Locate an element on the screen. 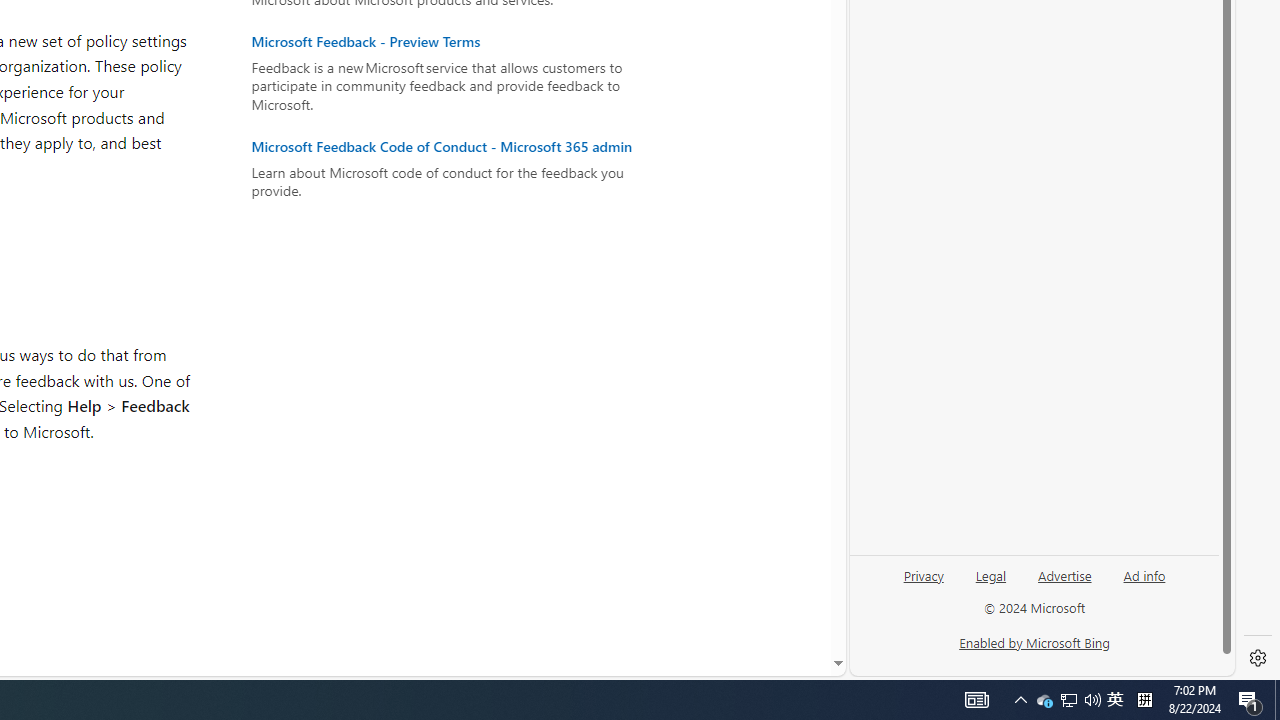 The height and width of the screenshot is (720, 1280). 'Legal' is located at coordinates (991, 574).